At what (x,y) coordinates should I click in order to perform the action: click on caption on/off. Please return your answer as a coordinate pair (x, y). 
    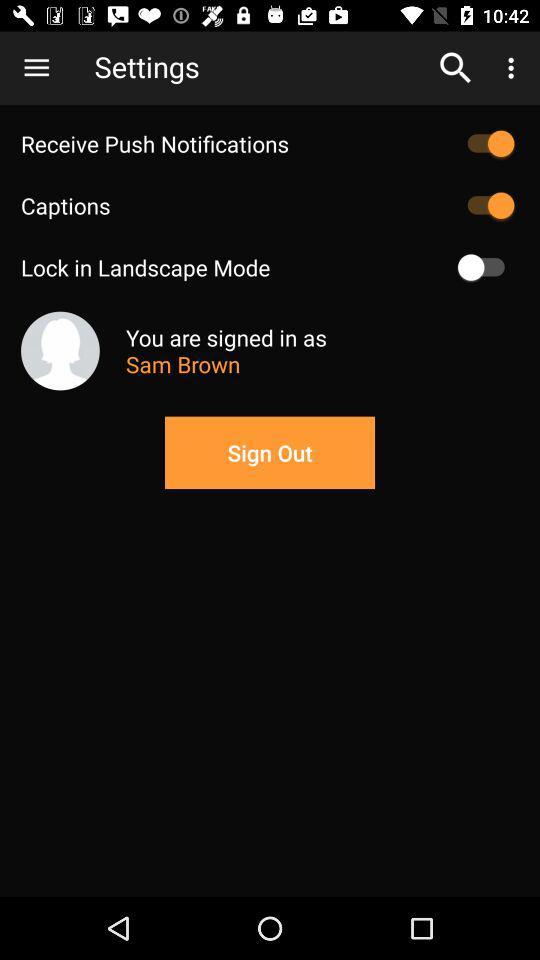
    Looking at the image, I should click on (485, 205).